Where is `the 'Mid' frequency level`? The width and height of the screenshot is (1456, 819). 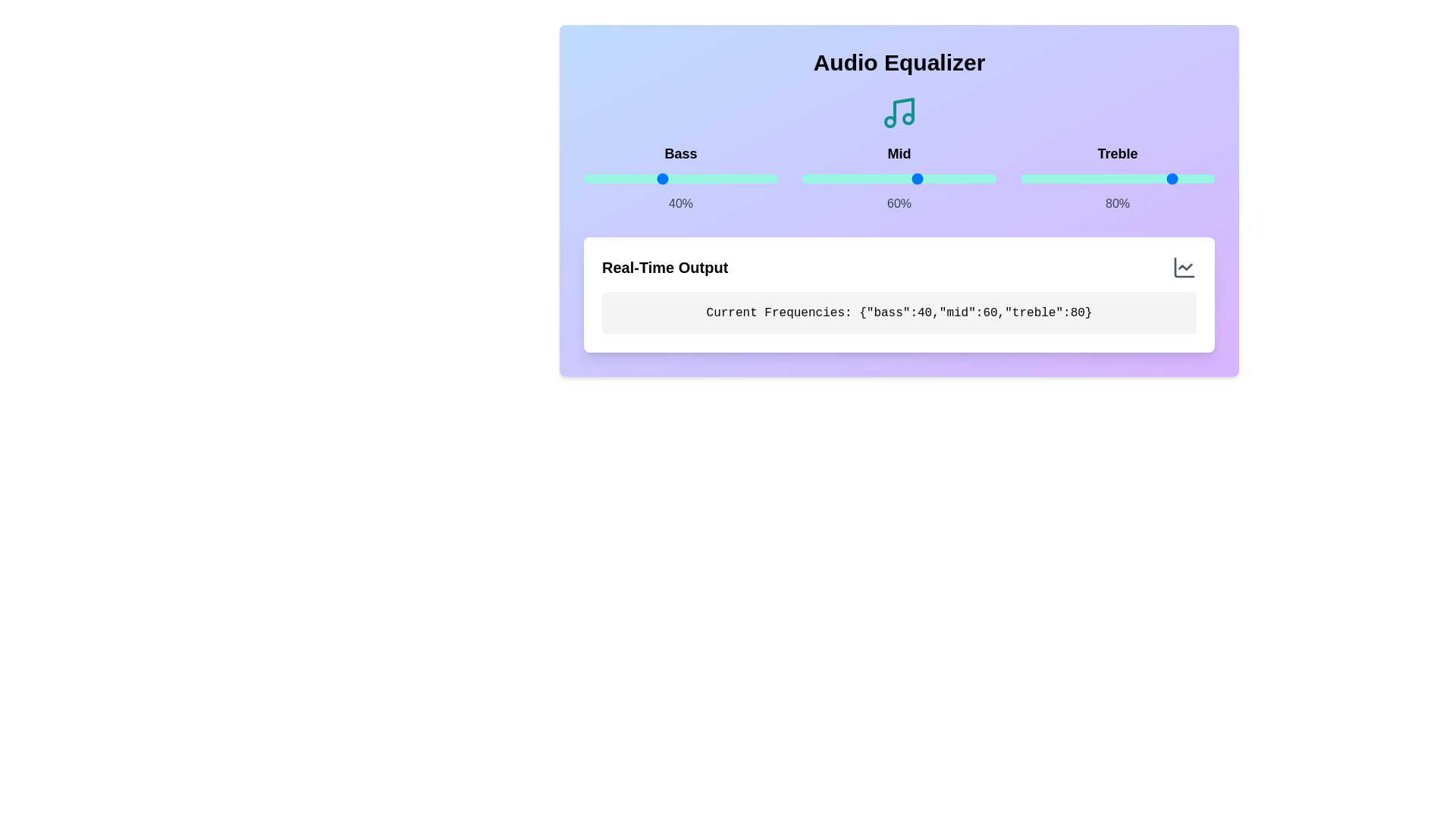
the 'Mid' frequency level is located at coordinates (817, 177).